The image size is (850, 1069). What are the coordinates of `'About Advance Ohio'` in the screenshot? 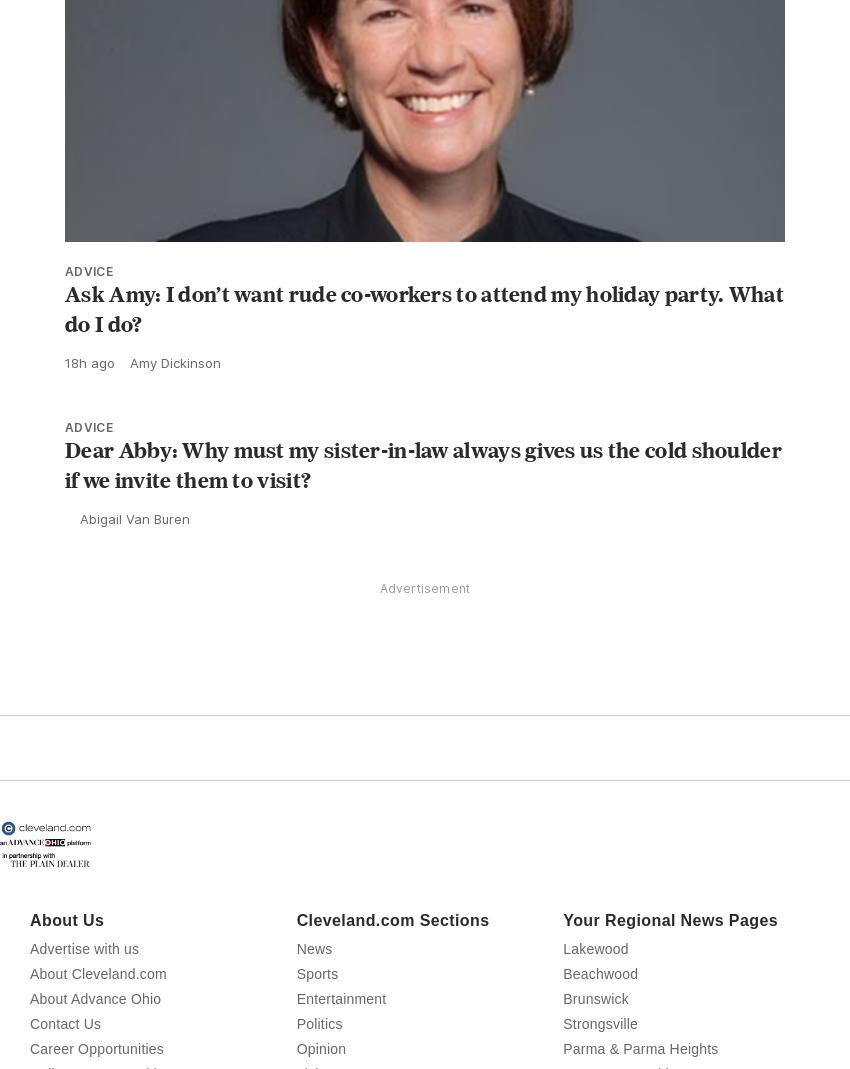 It's located at (94, 1043).